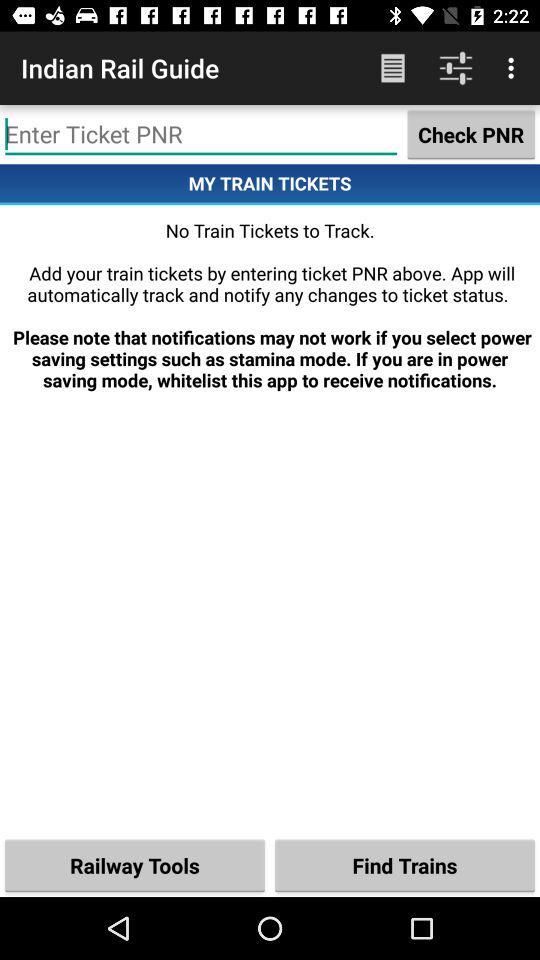 This screenshot has width=540, height=960. I want to click on the item below no train tickets, so click(405, 864).